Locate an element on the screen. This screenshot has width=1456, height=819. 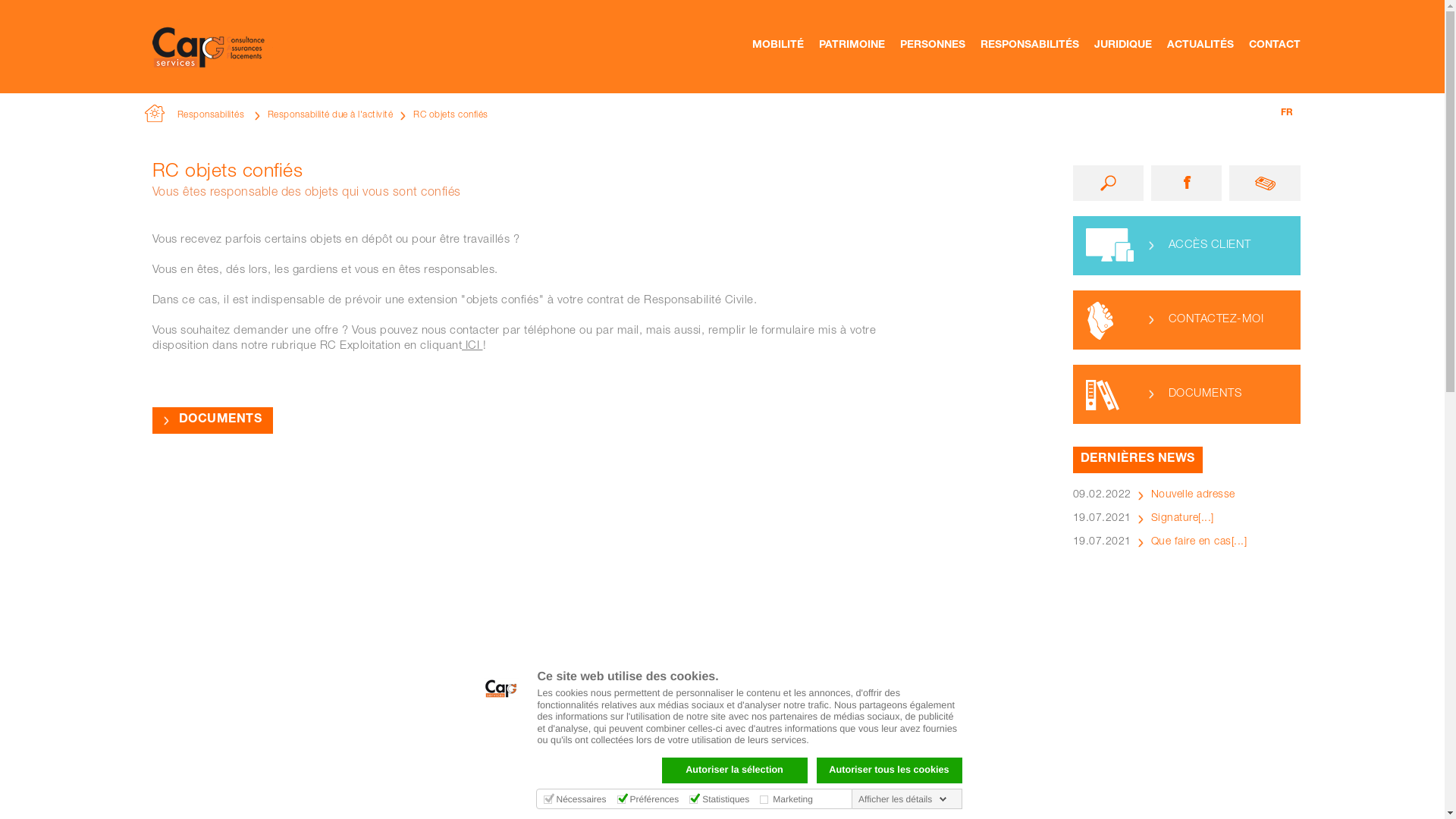
'Signature[...]' is located at coordinates (1181, 517).